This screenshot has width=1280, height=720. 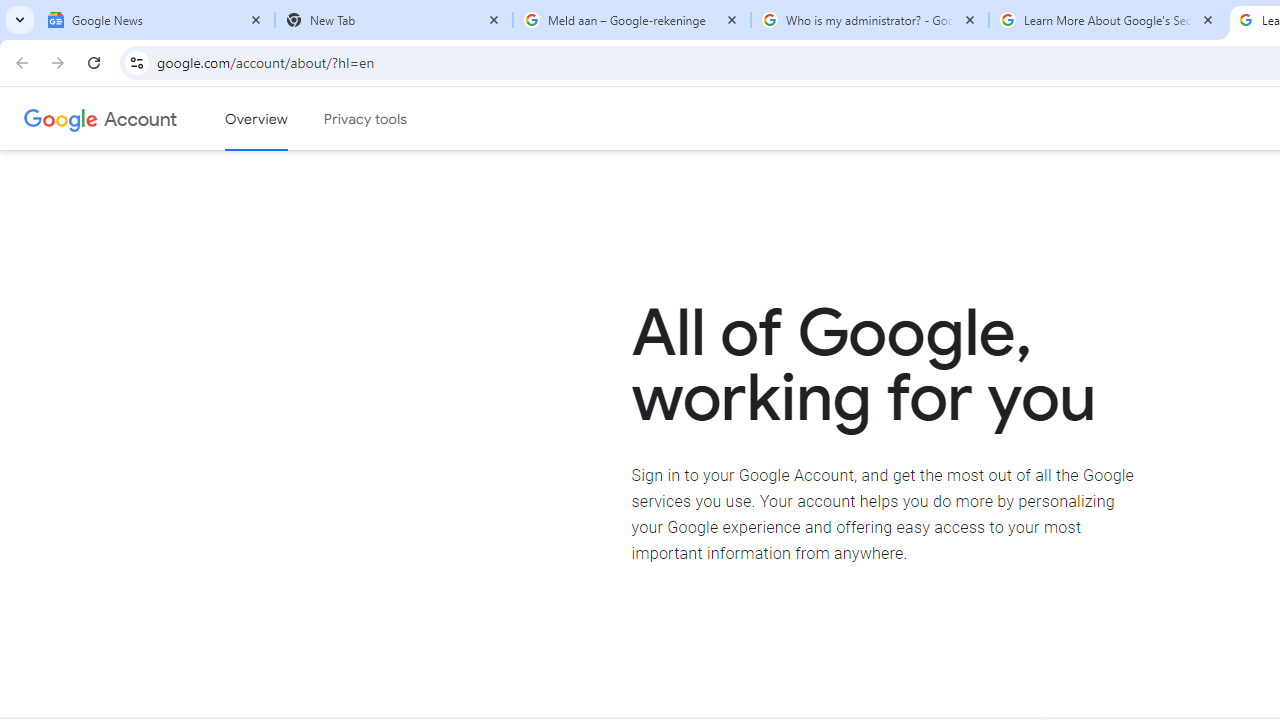 I want to click on 'Who is my administrator? - Google Account Help', so click(x=870, y=20).